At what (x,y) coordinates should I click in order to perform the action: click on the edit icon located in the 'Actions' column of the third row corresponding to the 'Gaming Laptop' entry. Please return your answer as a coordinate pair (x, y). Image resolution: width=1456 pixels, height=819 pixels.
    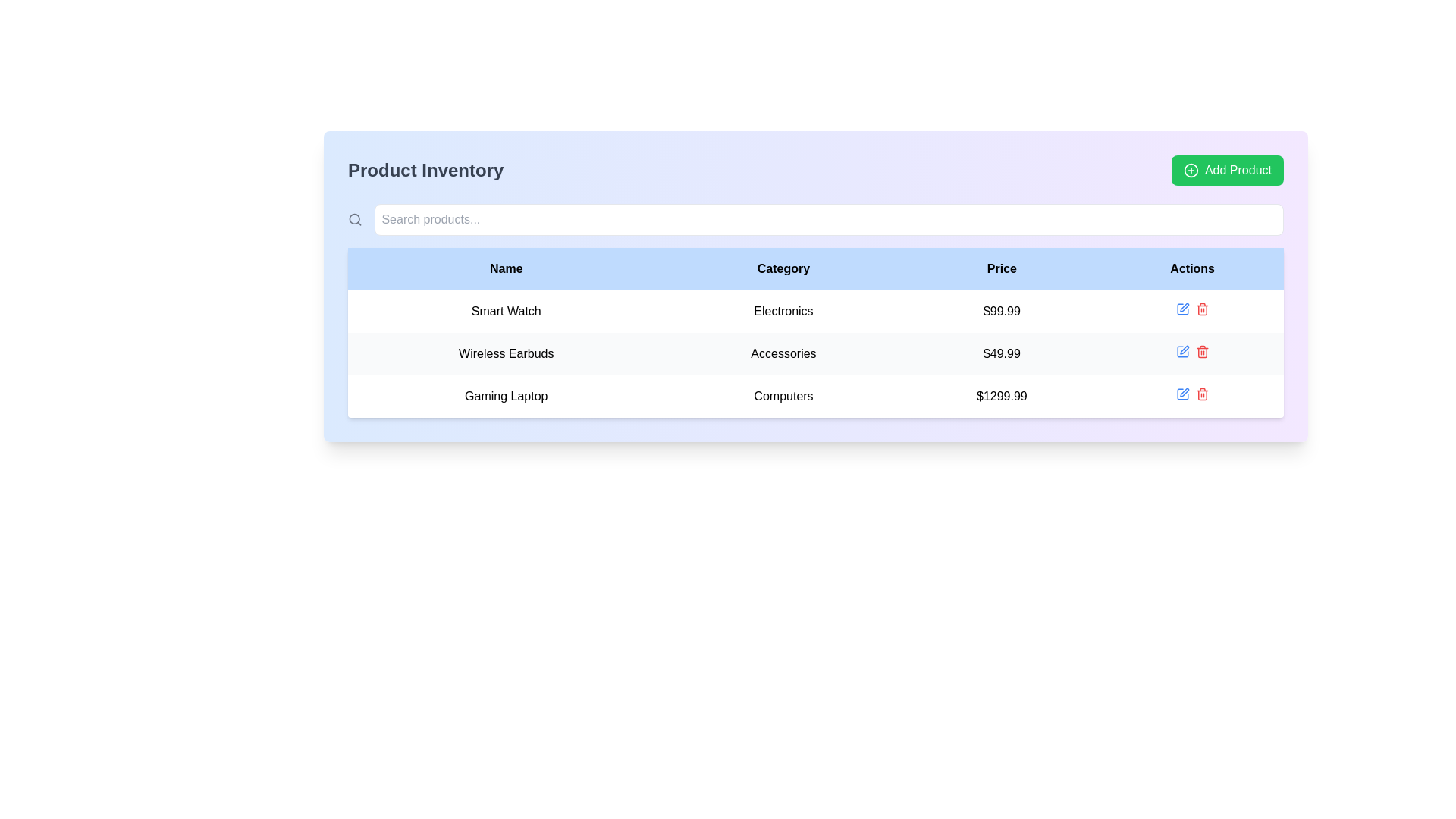
    Looking at the image, I should click on (1181, 351).